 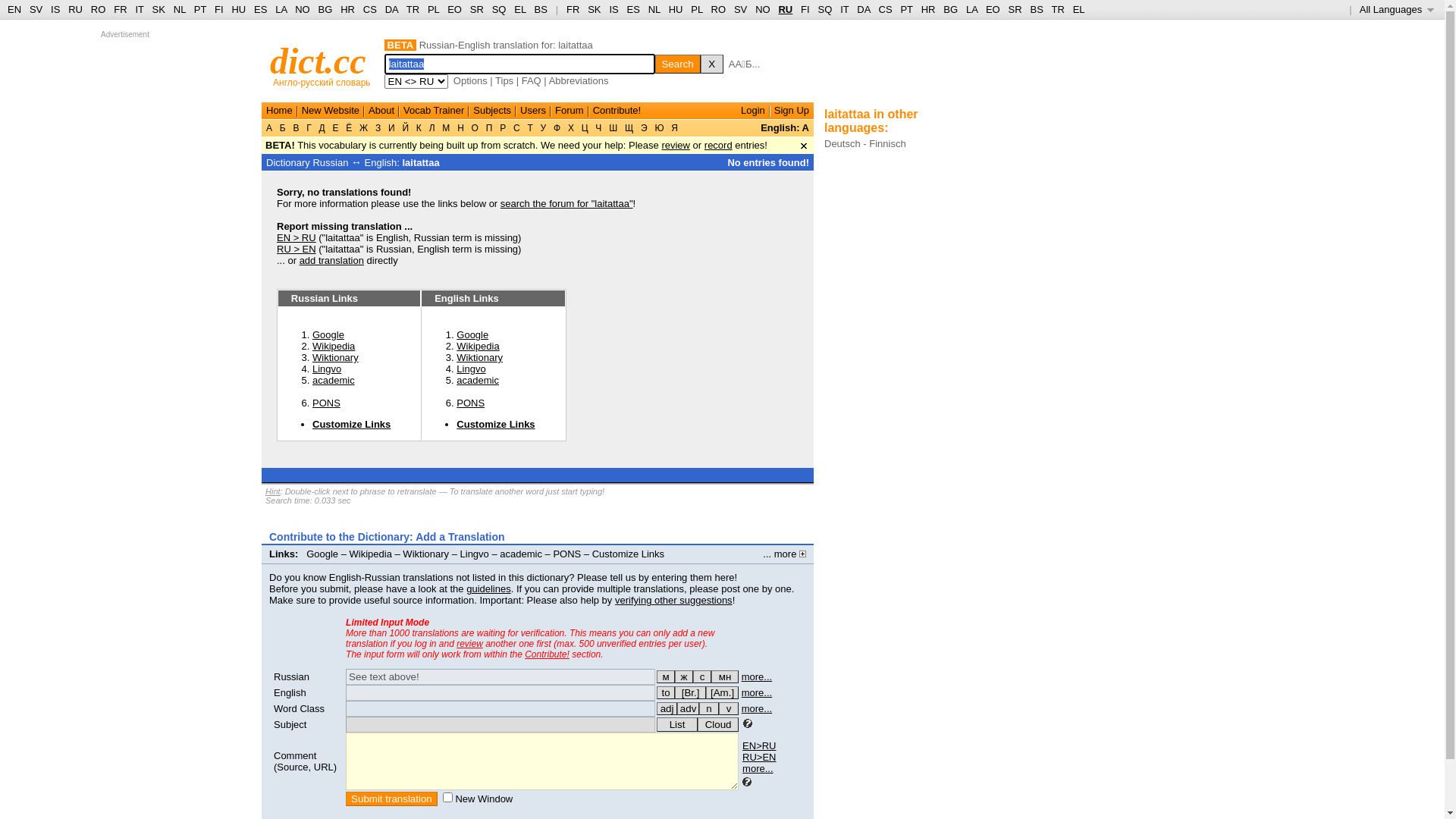 I want to click on 'English', so click(x=290, y=692).